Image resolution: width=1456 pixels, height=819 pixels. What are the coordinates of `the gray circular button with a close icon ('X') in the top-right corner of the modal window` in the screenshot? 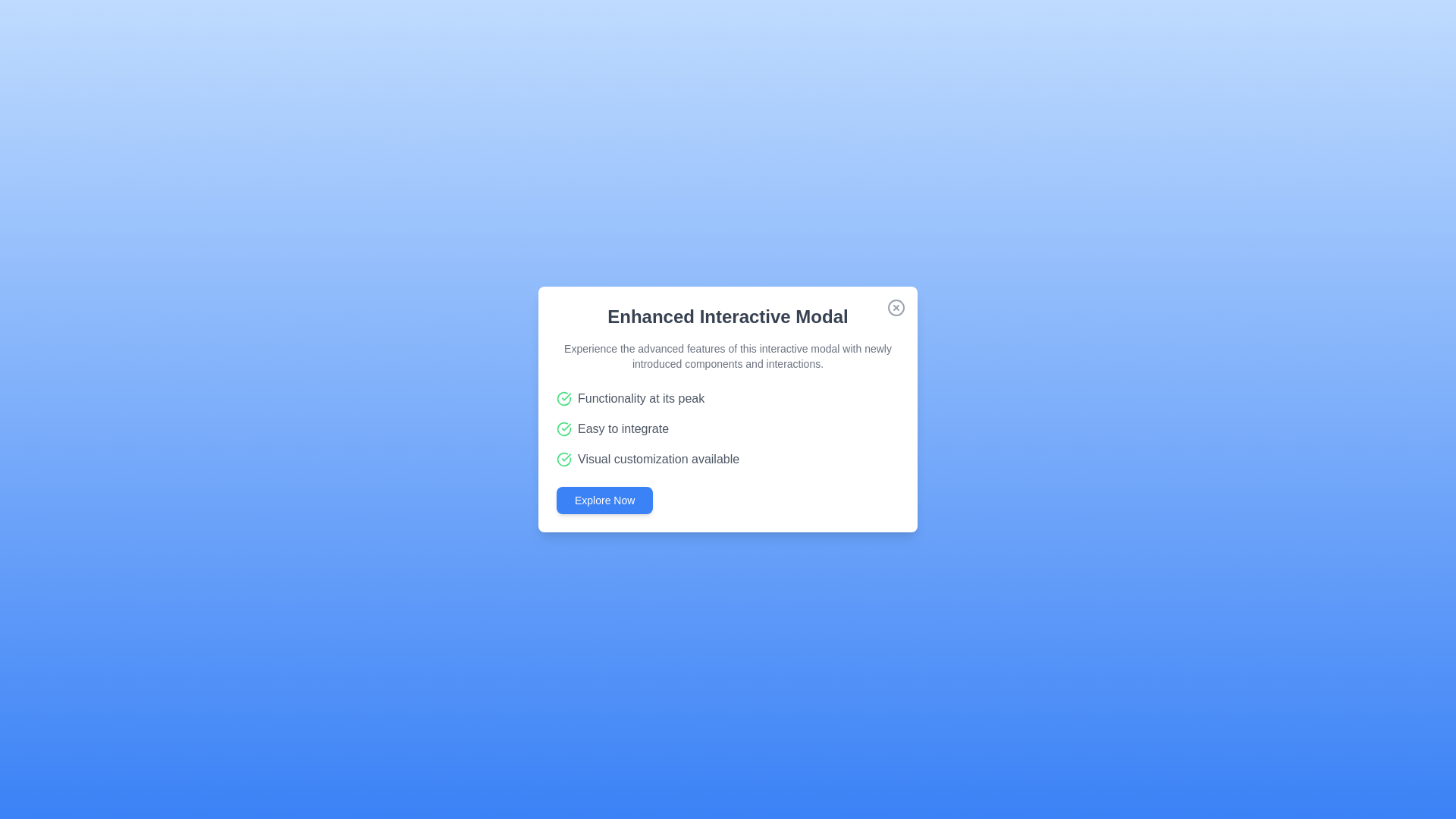 It's located at (896, 307).